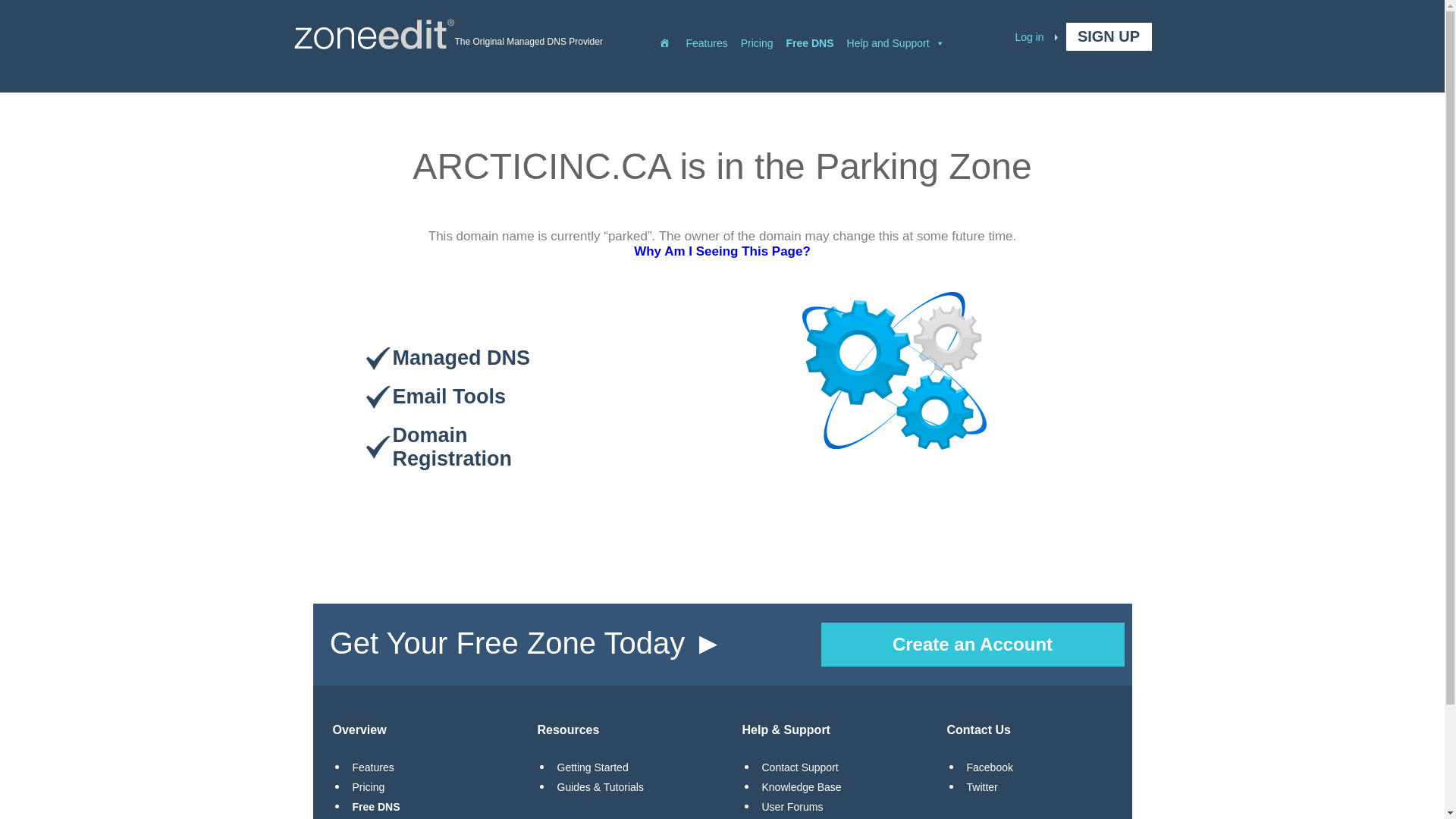 This screenshot has height=819, width=1456. Describe the element at coordinates (591, 767) in the screenshot. I see `'Getting Started'` at that location.